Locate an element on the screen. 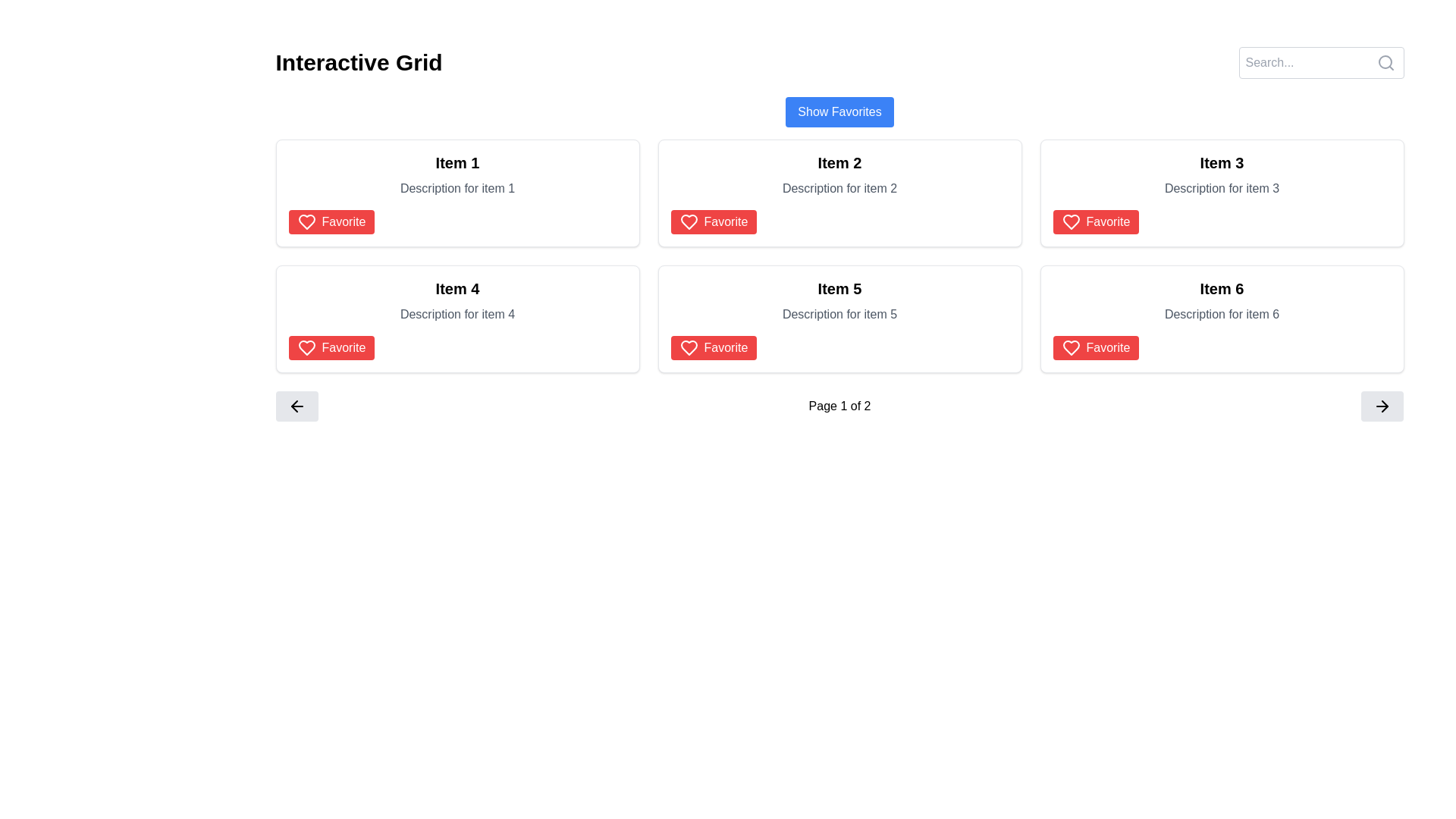  the 'Favorite' icon associated with 'Item 3' in the second column of the grid layout is located at coordinates (1070, 222).